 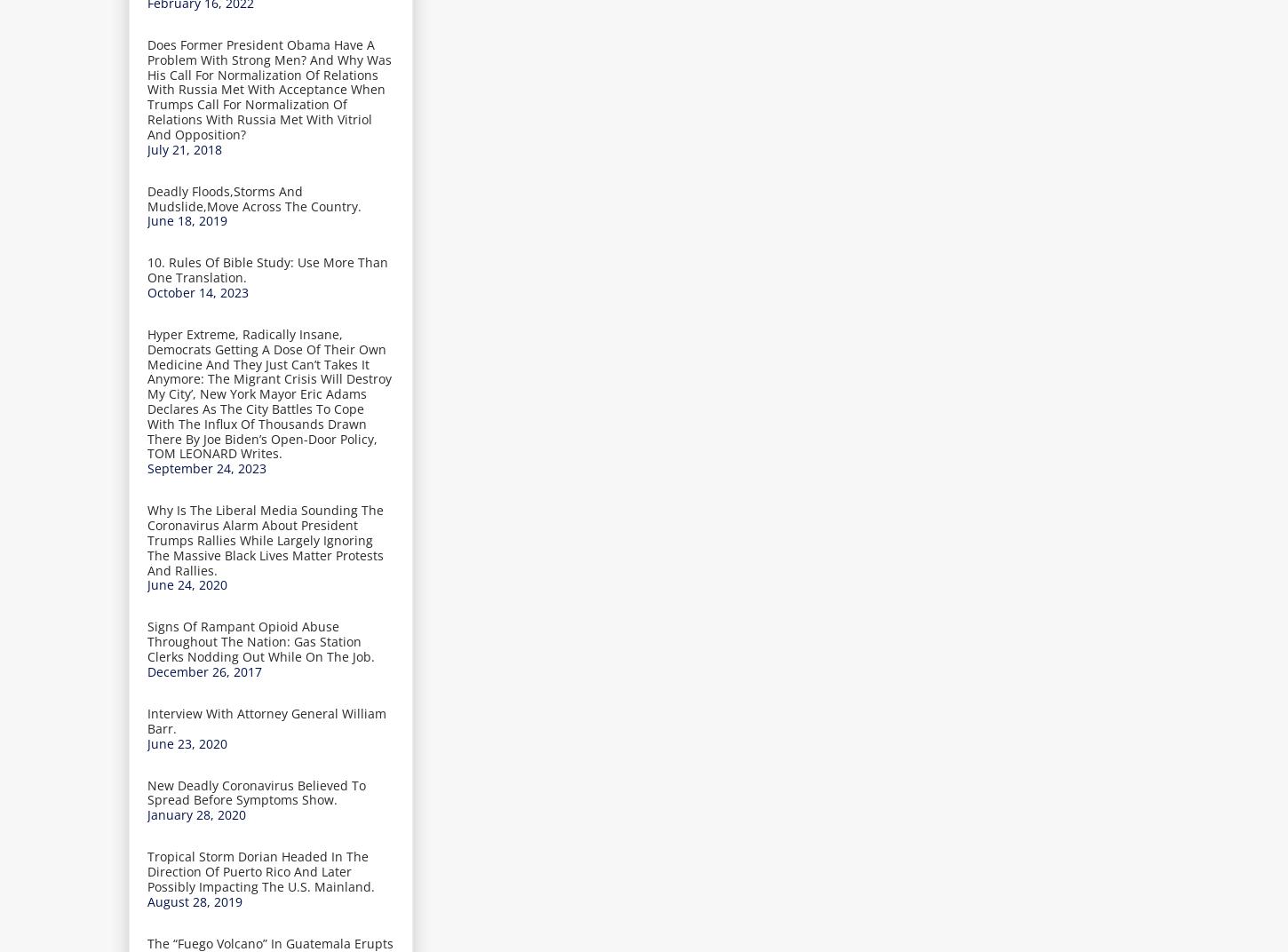 I want to click on 'August 28, 2019', so click(x=194, y=900).